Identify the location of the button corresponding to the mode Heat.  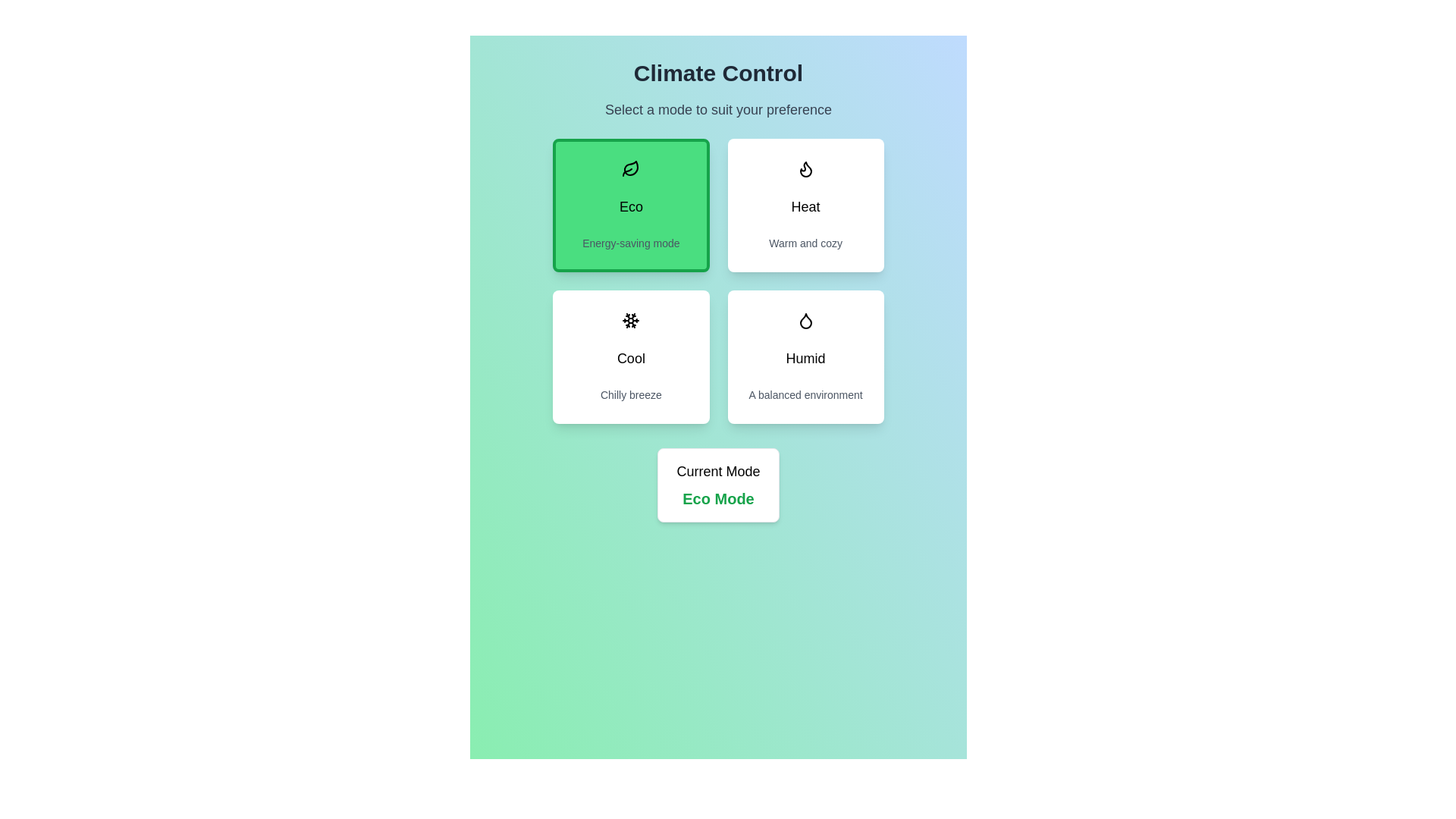
(804, 205).